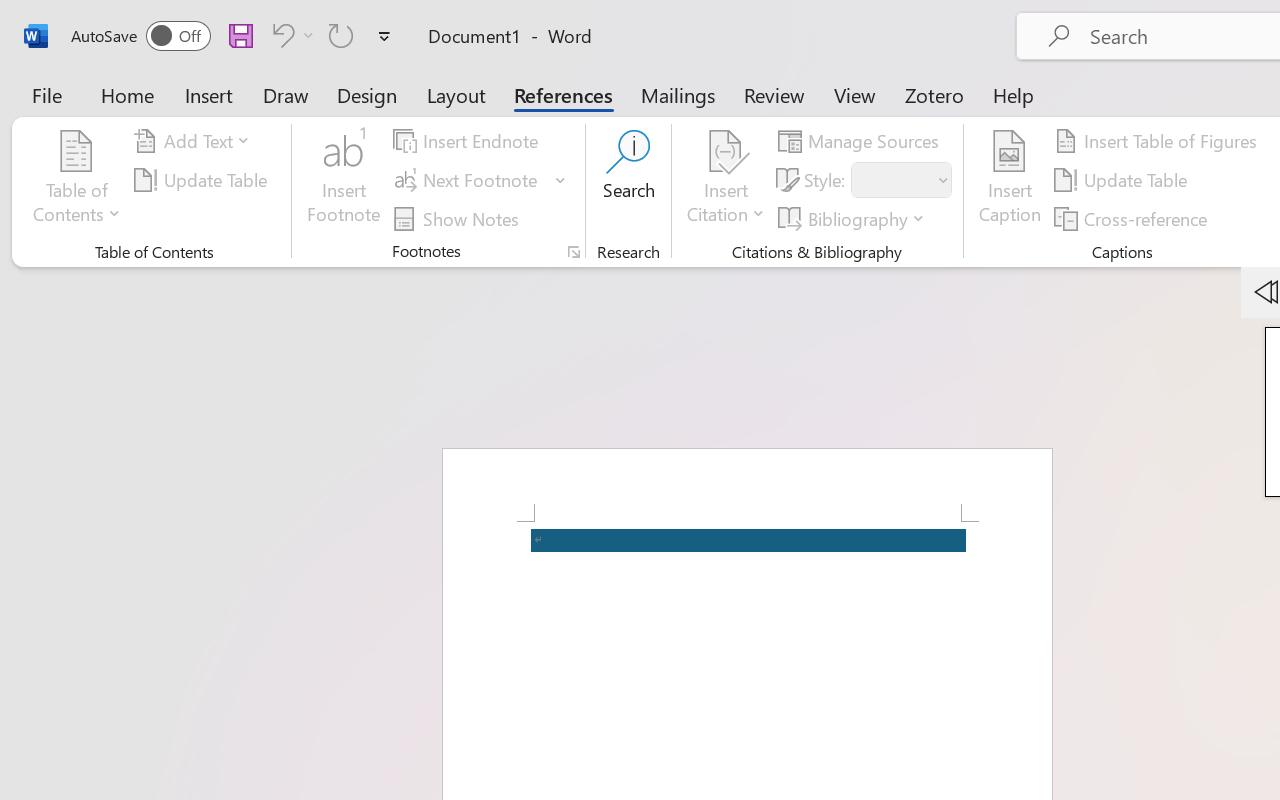 The width and height of the screenshot is (1280, 800). What do you see at coordinates (279, 34) in the screenshot?
I see `'Undo Apply Quick Style Set'` at bounding box center [279, 34].